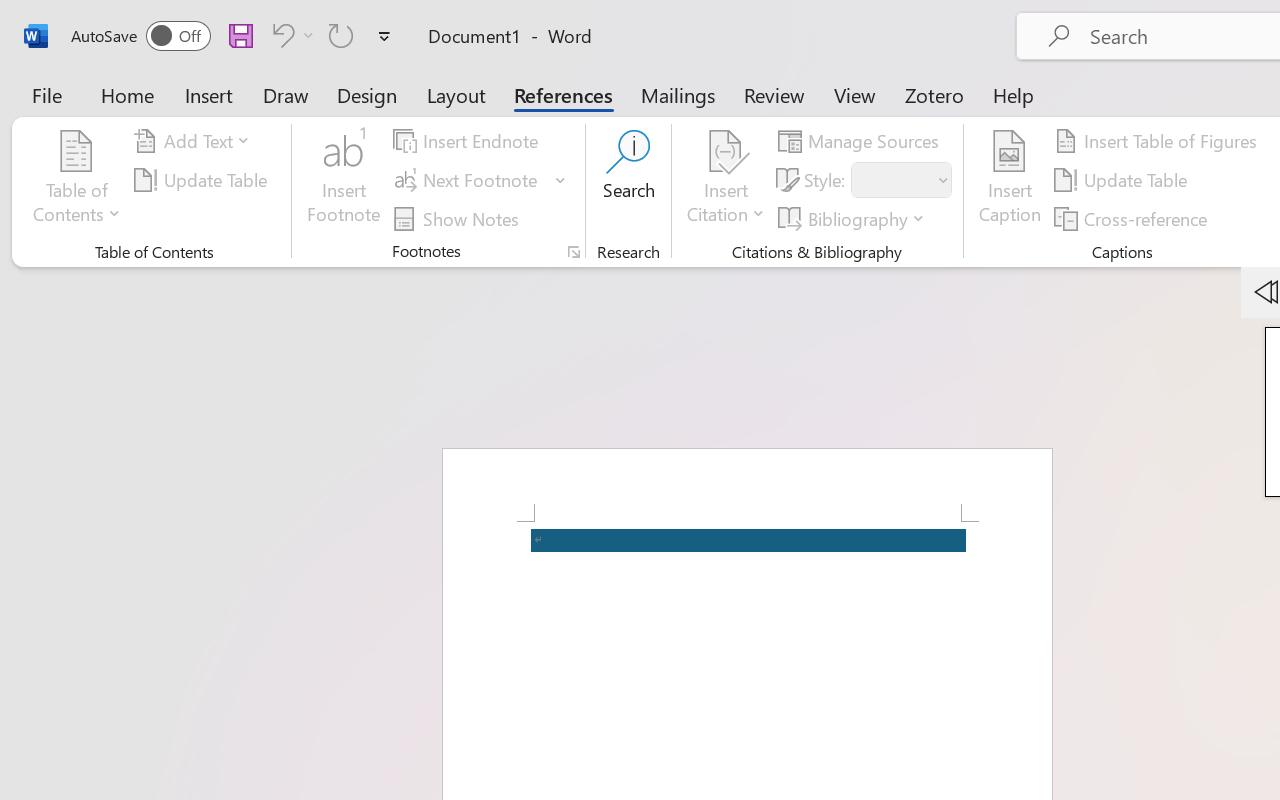 The width and height of the screenshot is (1280, 800). What do you see at coordinates (279, 34) in the screenshot?
I see `'Undo Apply Quick Style Set'` at bounding box center [279, 34].